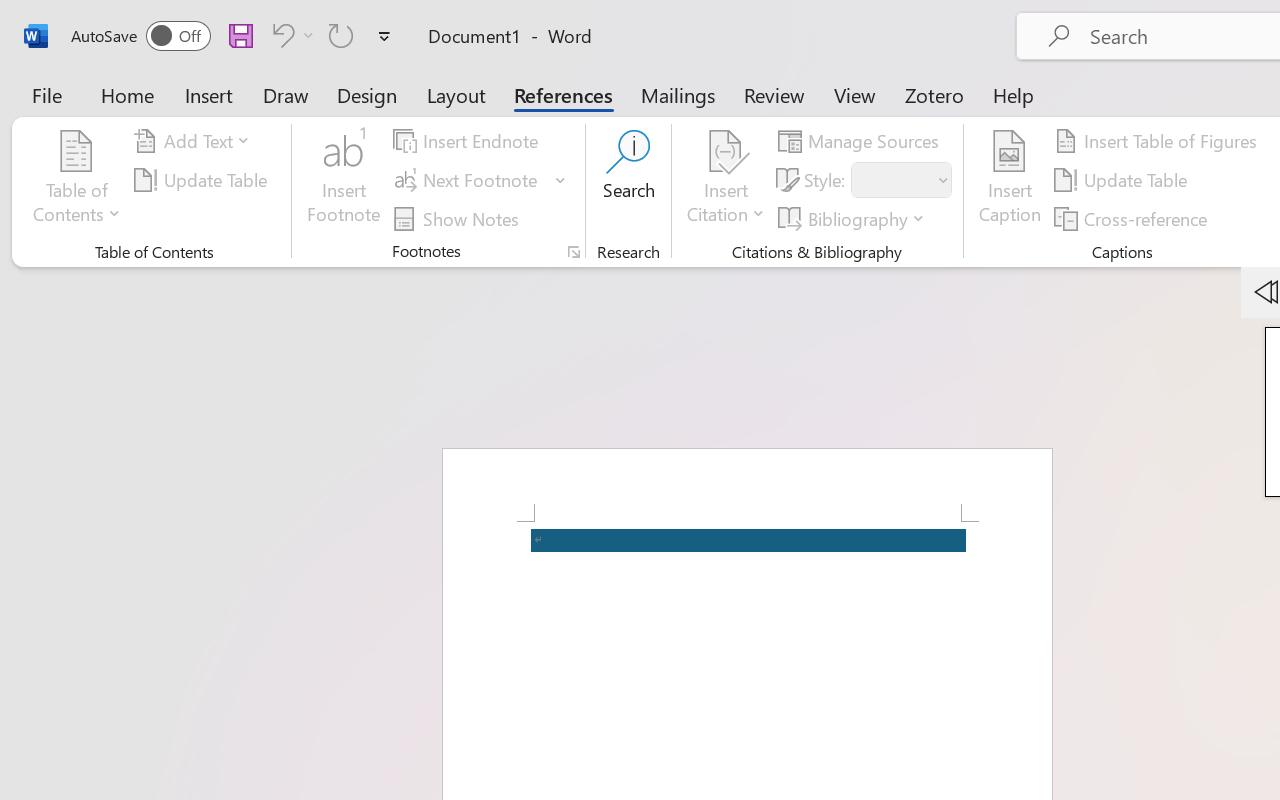 The width and height of the screenshot is (1280, 800). What do you see at coordinates (279, 34) in the screenshot?
I see `'Undo Apply Quick Style Set'` at bounding box center [279, 34].